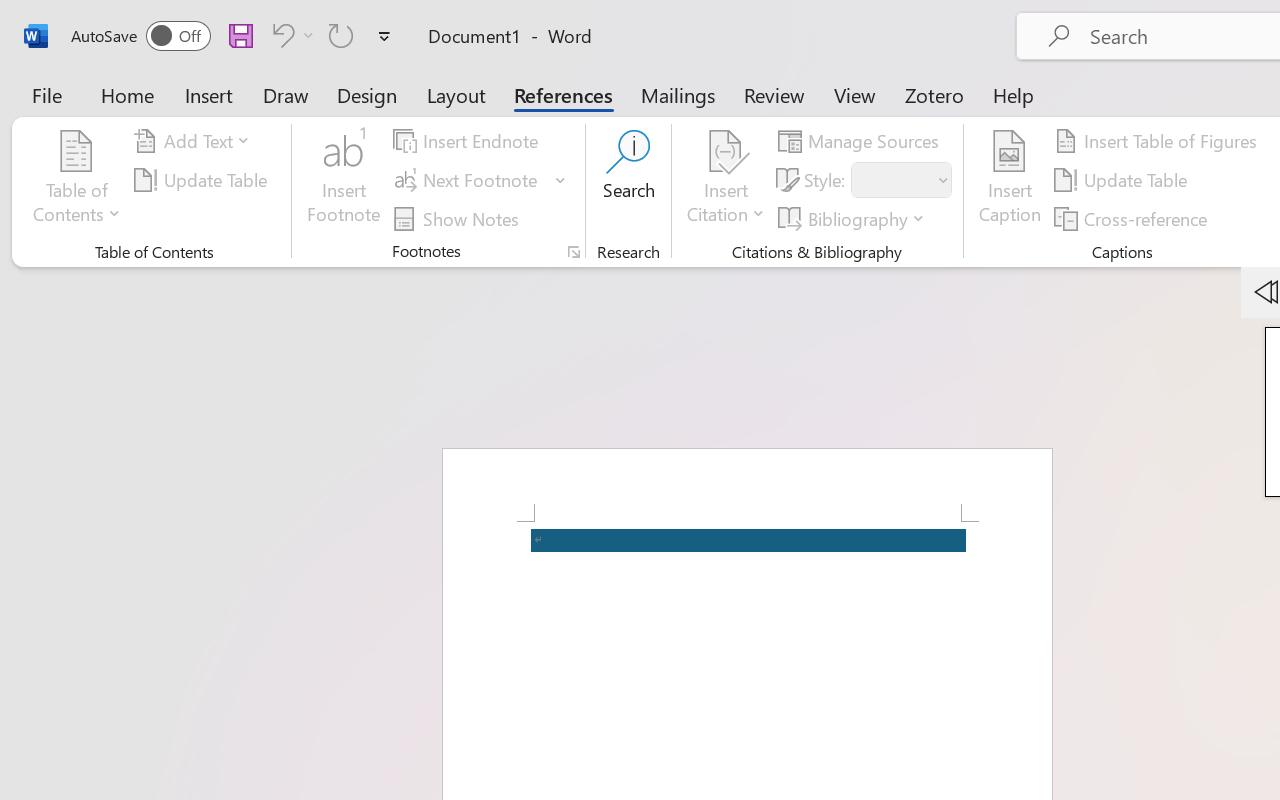 The width and height of the screenshot is (1280, 800). What do you see at coordinates (279, 34) in the screenshot?
I see `'Undo Apply Quick Style Set'` at bounding box center [279, 34].